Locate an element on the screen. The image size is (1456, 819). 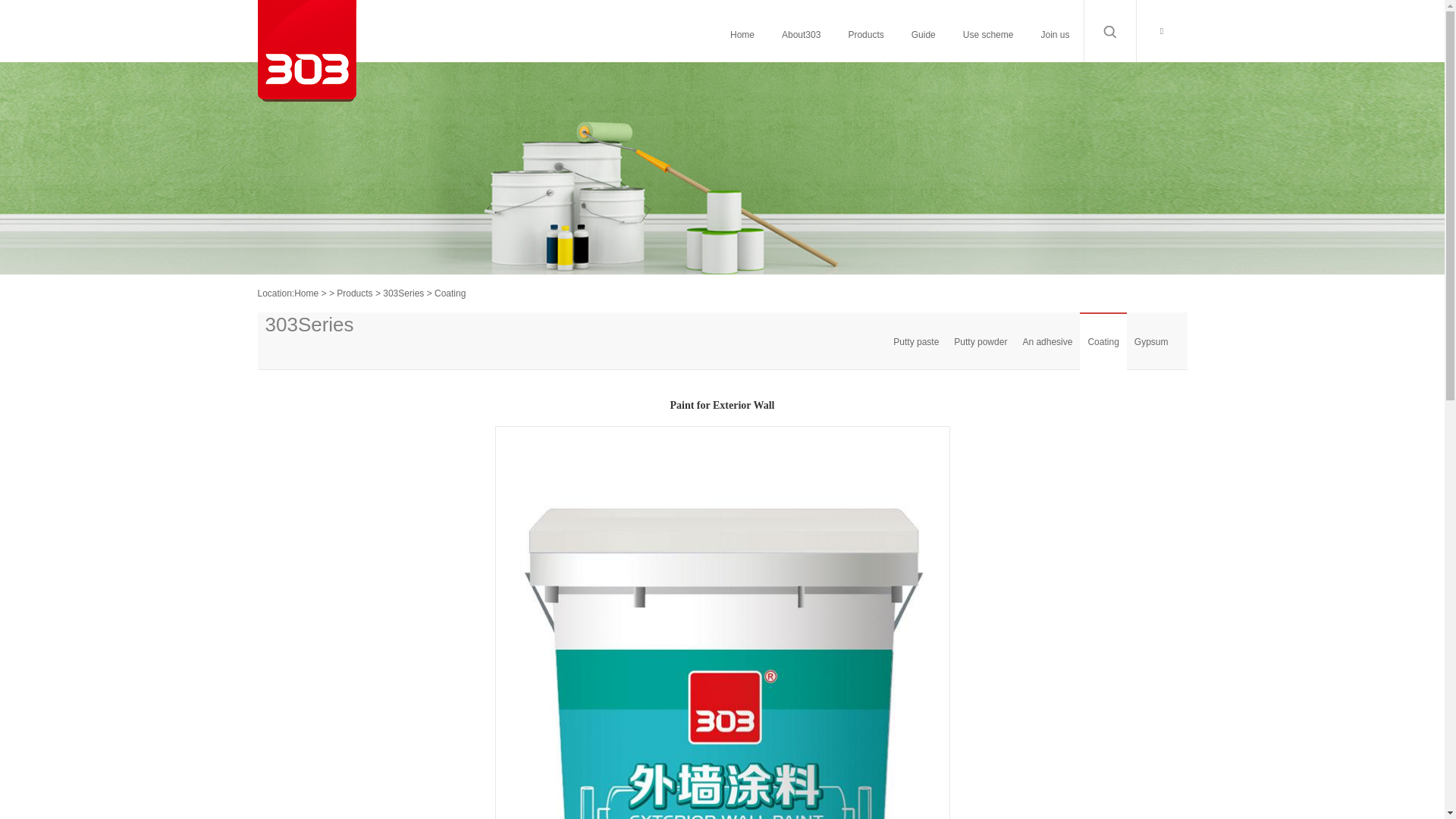
'Home' is located at coordinates (305, 293).